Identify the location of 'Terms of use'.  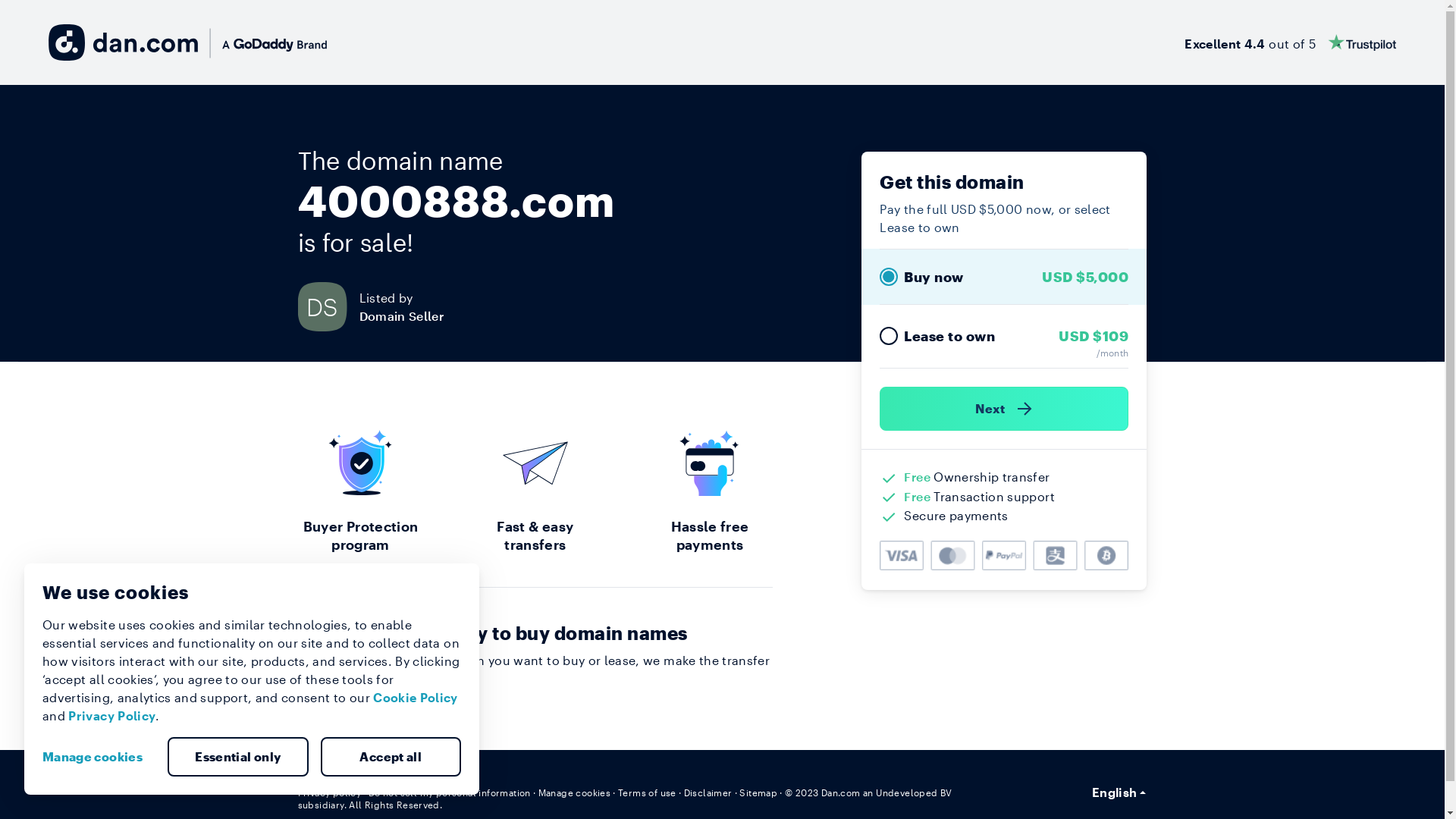
(647, 792).